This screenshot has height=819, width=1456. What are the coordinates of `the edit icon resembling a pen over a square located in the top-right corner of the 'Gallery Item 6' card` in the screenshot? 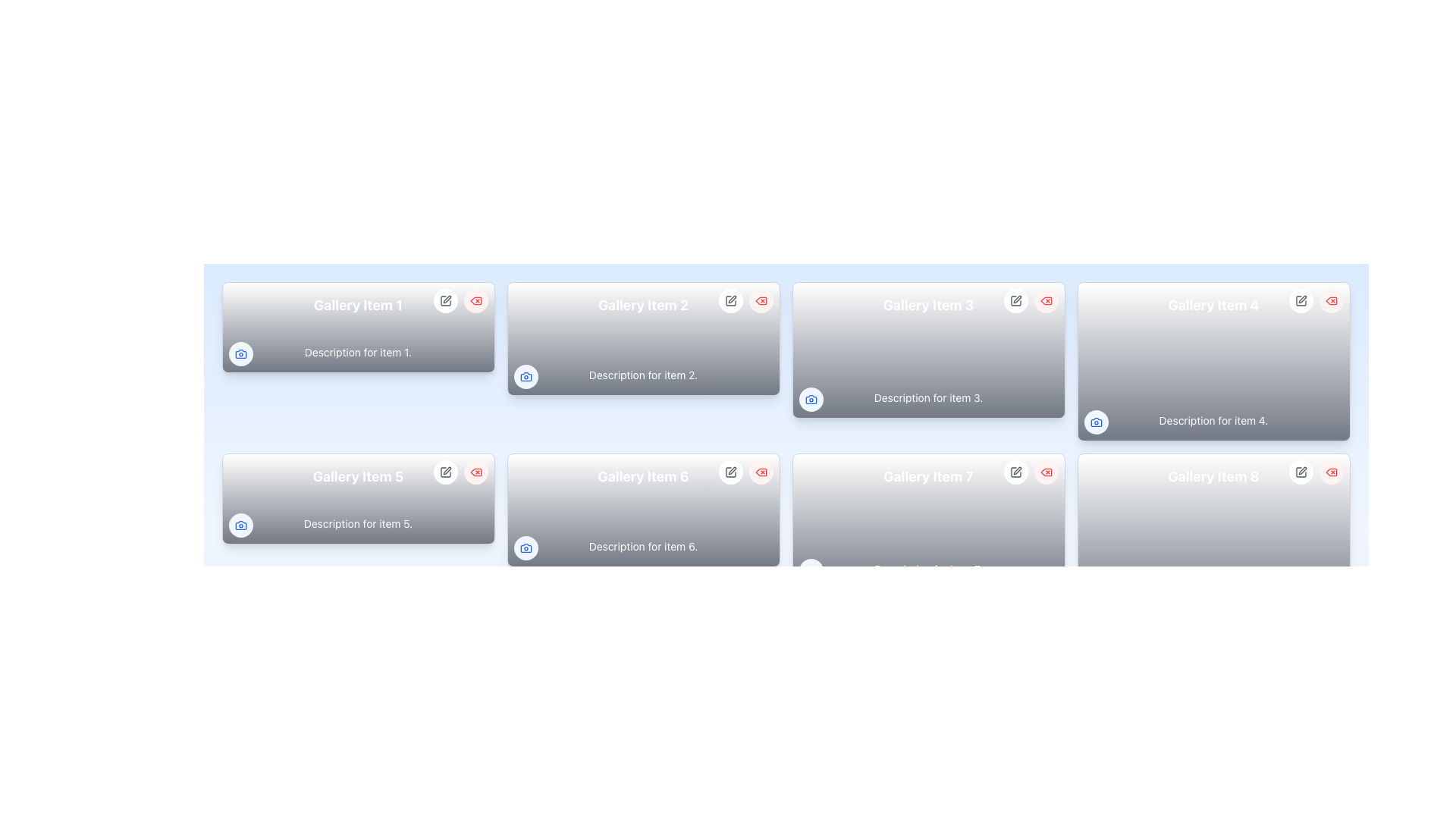 It's located at (732, 470).